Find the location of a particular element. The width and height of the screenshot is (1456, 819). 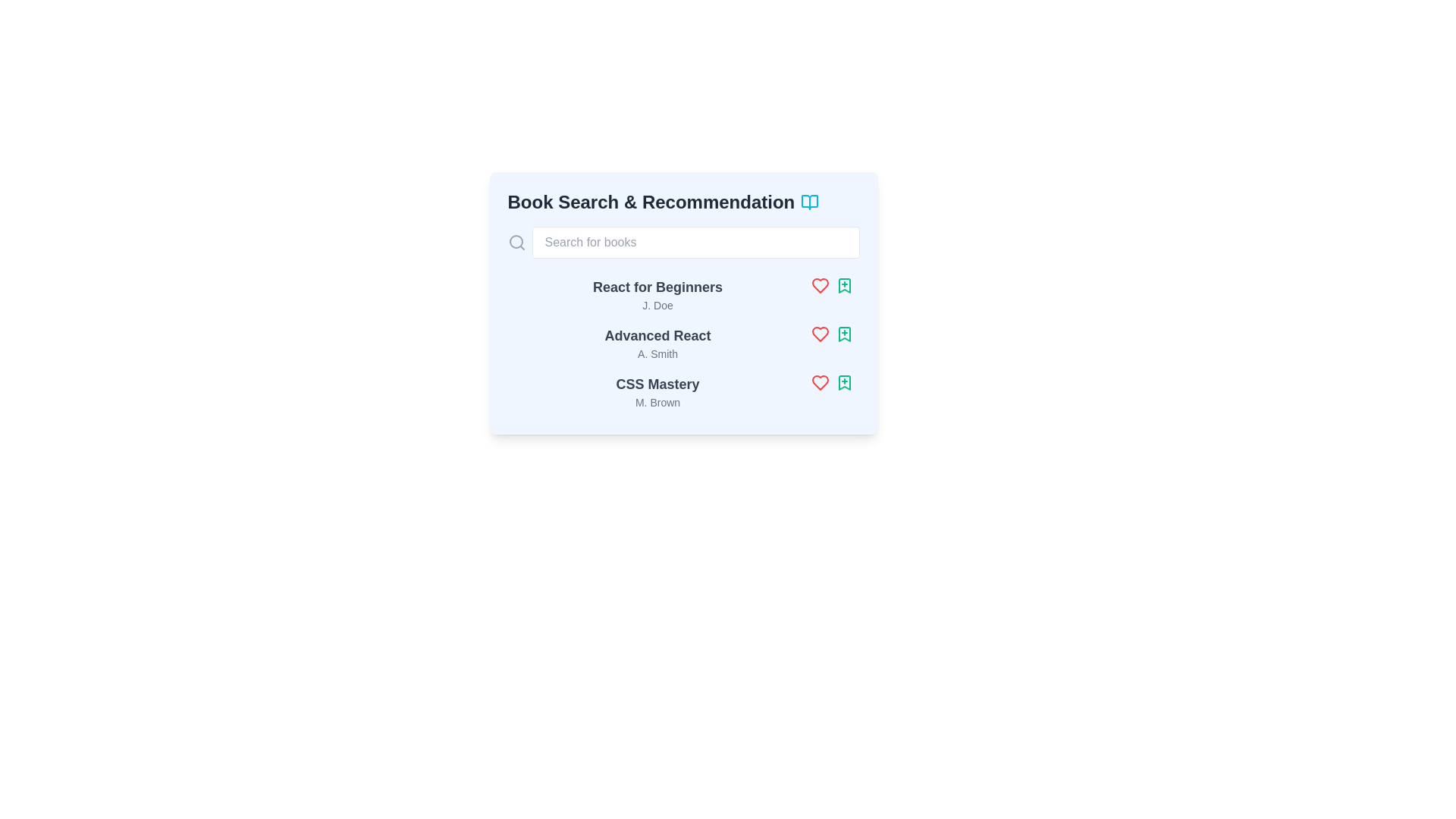

the Icon Group next to 'Advanced React' and 'A. Smith' which includes a red heart icon and a green bookmark icon is located at coordinates (831, 333).